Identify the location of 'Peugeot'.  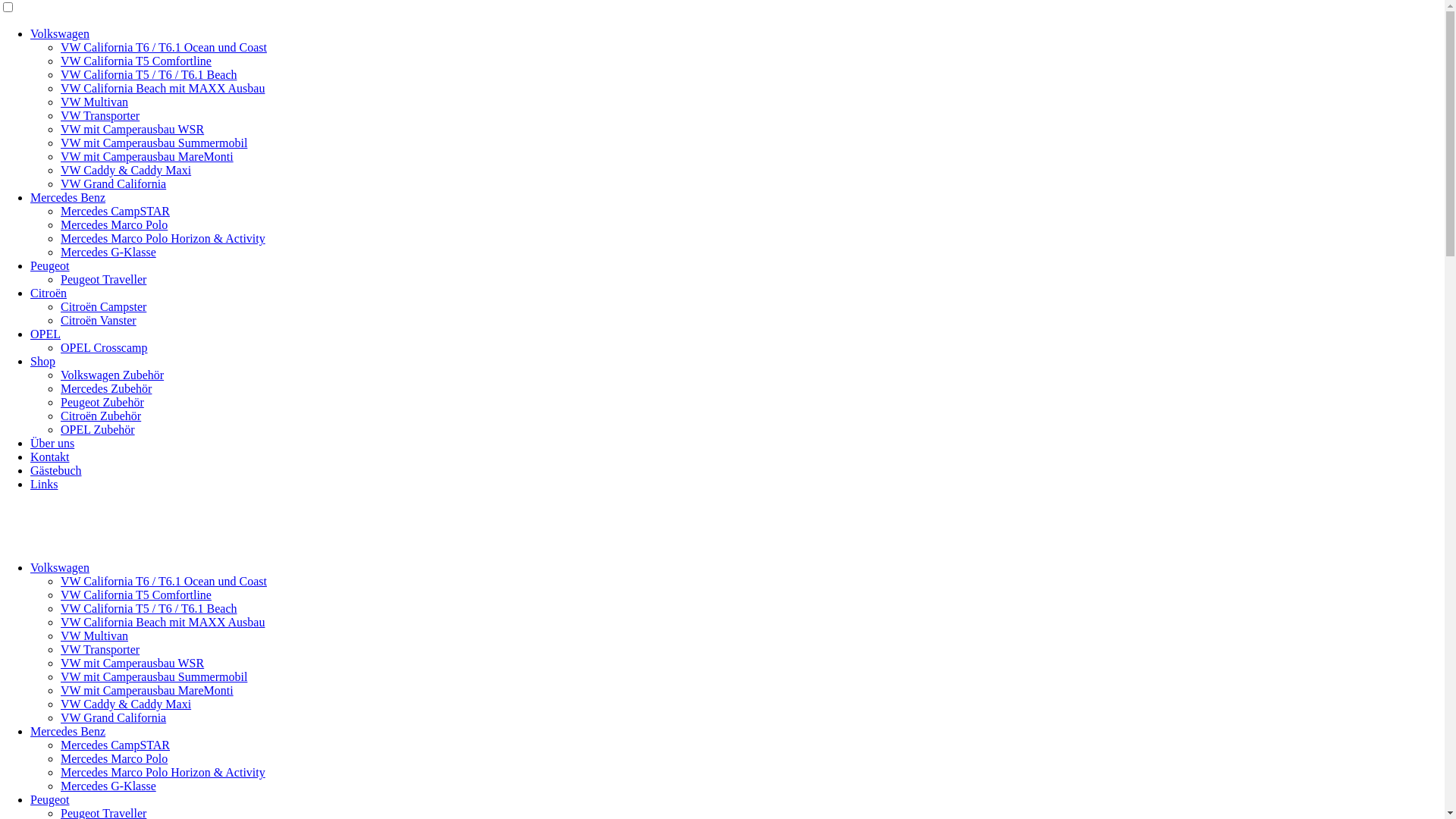
(30, 799).